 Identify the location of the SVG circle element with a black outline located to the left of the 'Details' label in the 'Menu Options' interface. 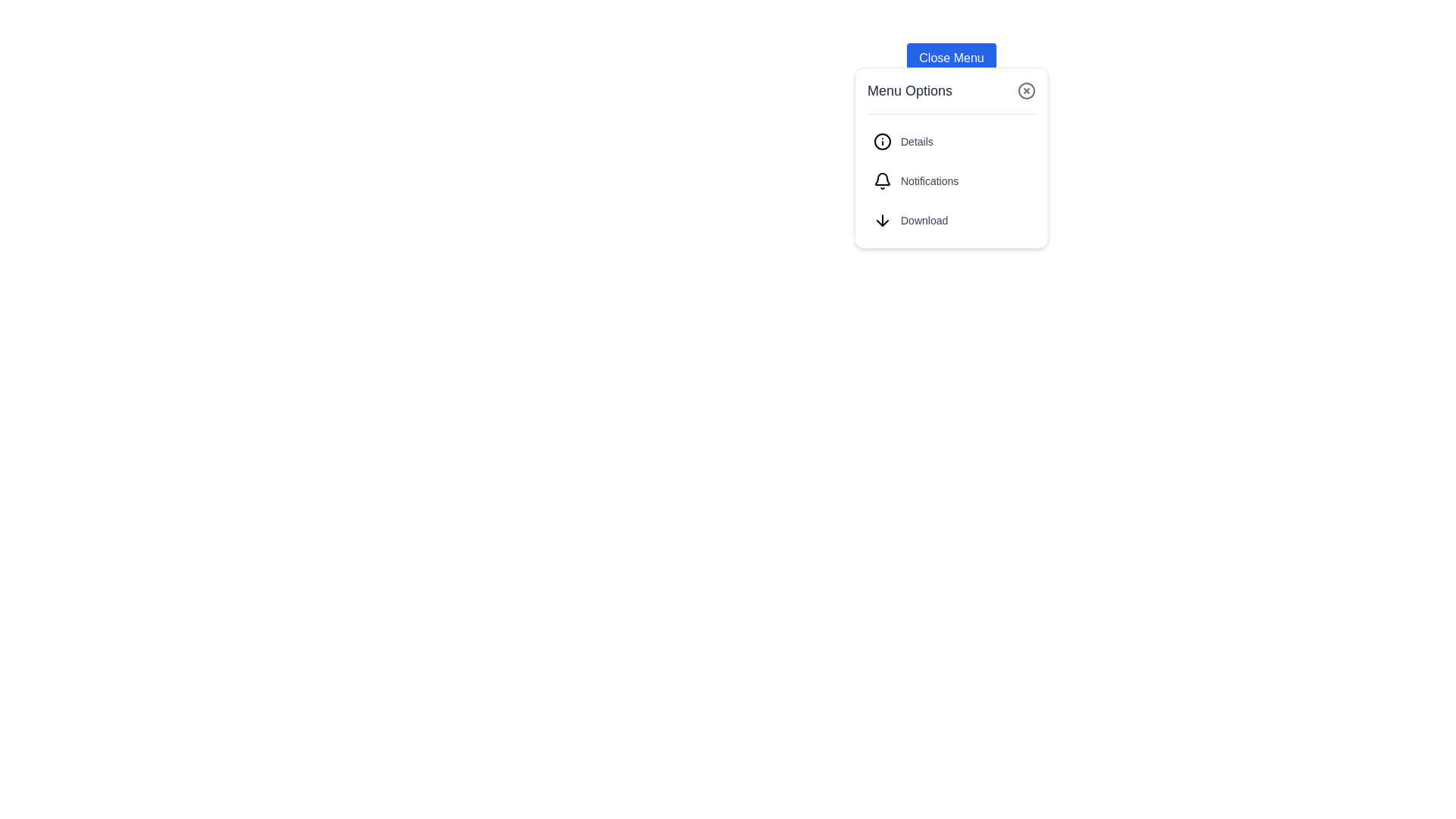
(882, 141).